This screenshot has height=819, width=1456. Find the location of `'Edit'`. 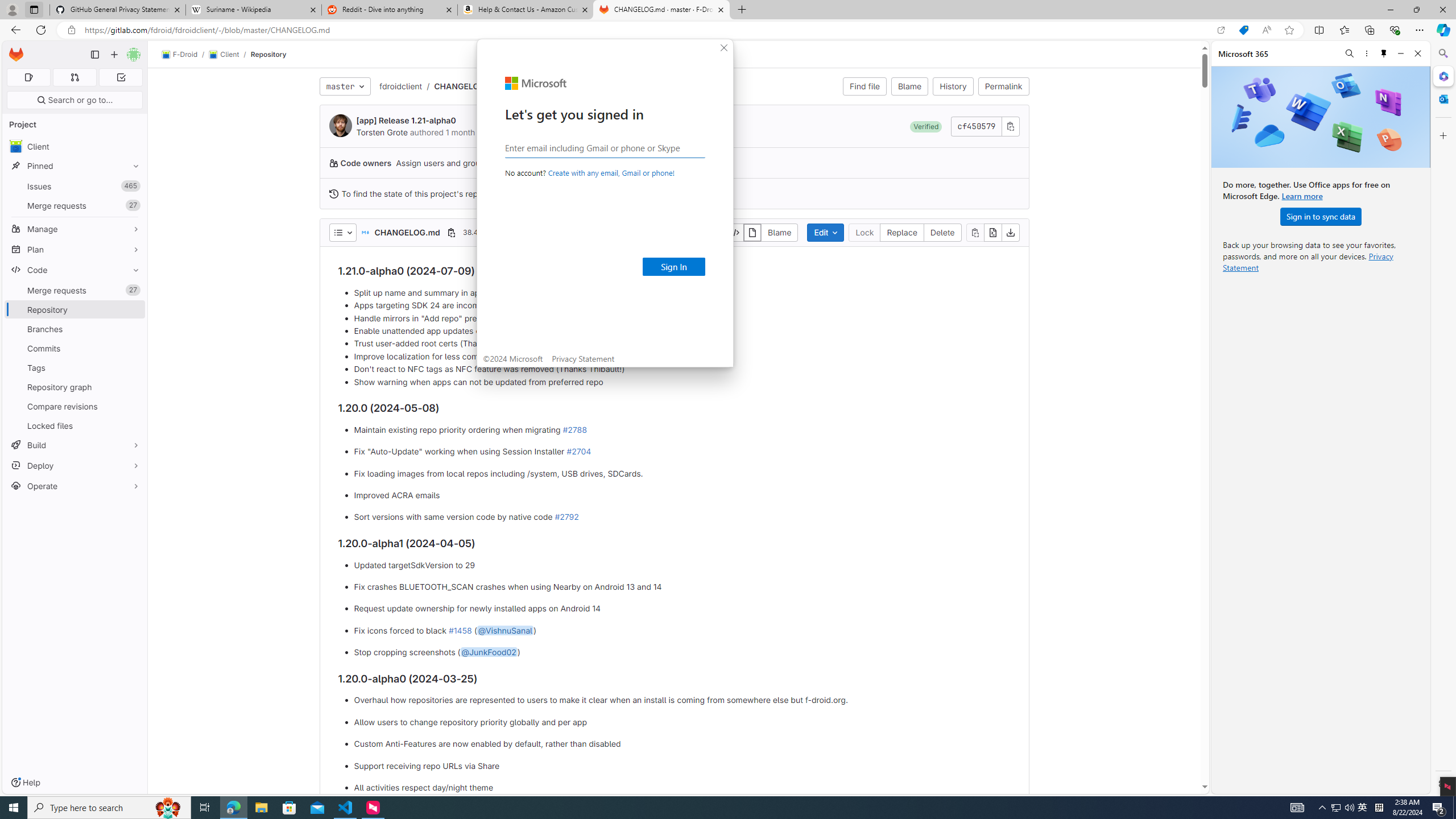

'Edit' is located at coordinates (825, 231).